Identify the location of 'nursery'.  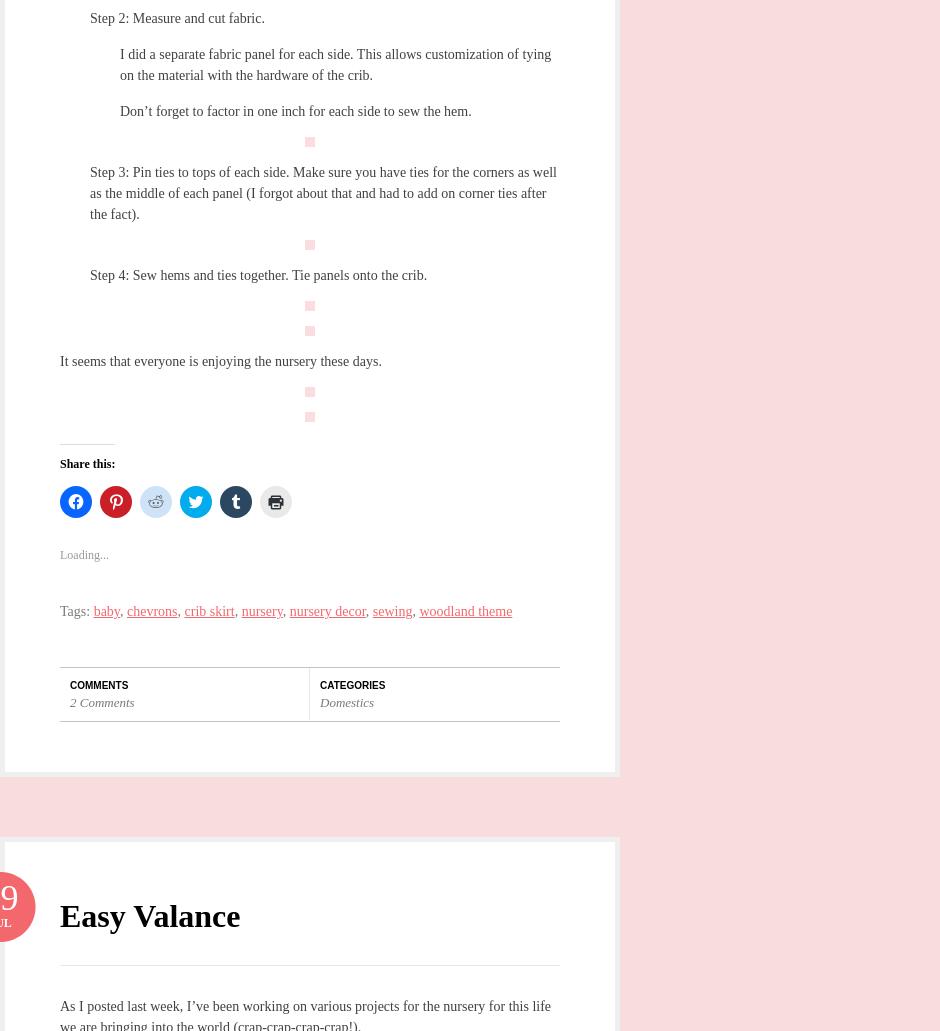
(261, 610).